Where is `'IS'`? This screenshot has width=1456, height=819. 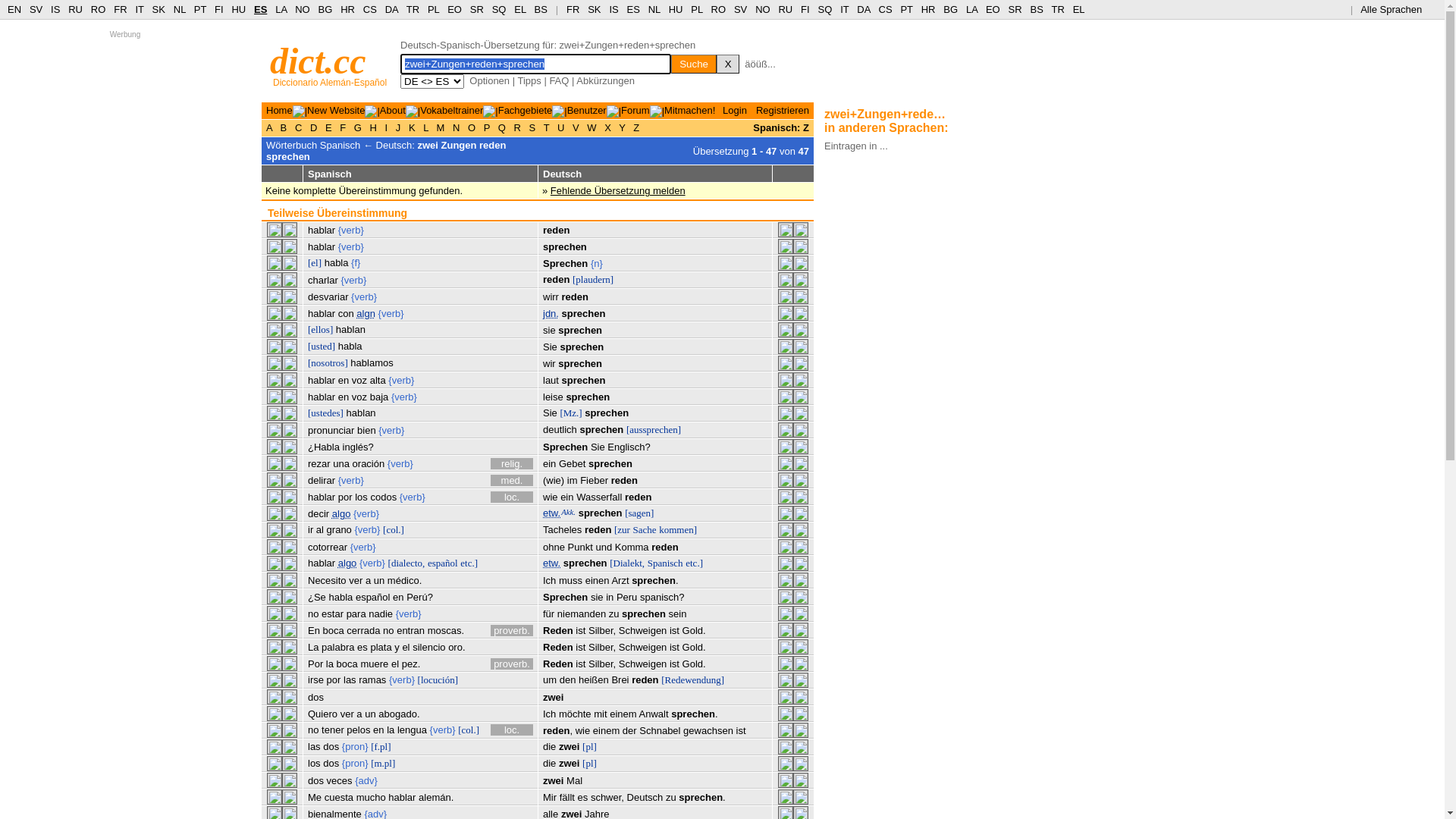
'IS' is located at coordinates (613, 9).